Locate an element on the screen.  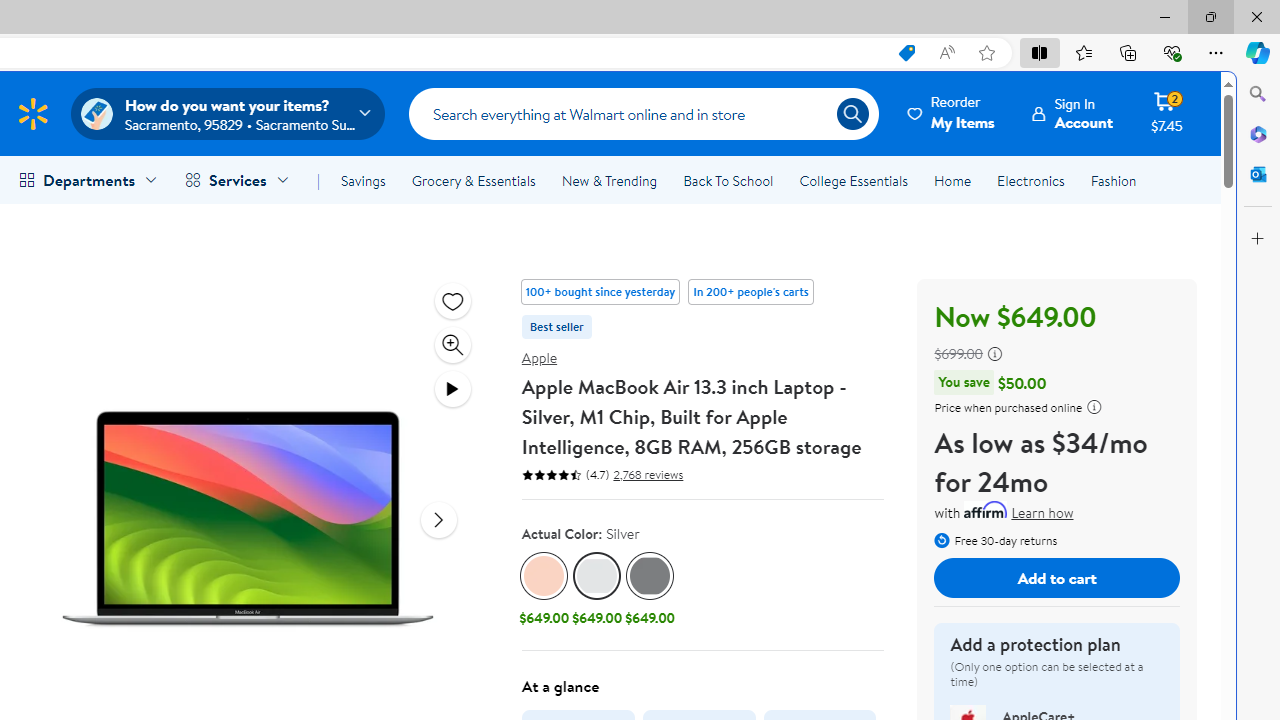
'Silver' is located at coordinates (596, 576).